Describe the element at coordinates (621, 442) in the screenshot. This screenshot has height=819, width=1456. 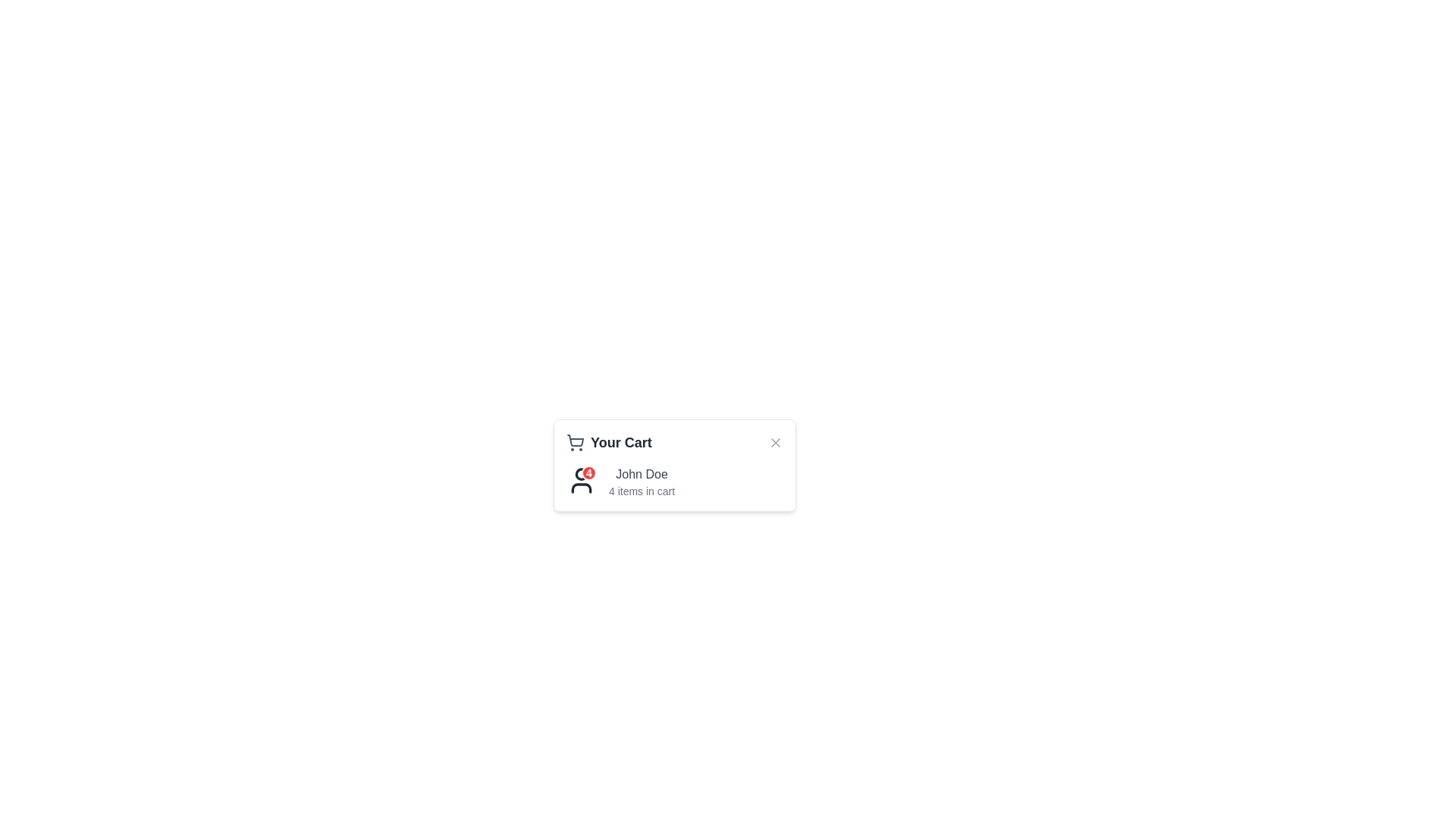
I see `the static text label that identifies the cart view, located at the top-center of the interface, to the left of other textual information` at that location.